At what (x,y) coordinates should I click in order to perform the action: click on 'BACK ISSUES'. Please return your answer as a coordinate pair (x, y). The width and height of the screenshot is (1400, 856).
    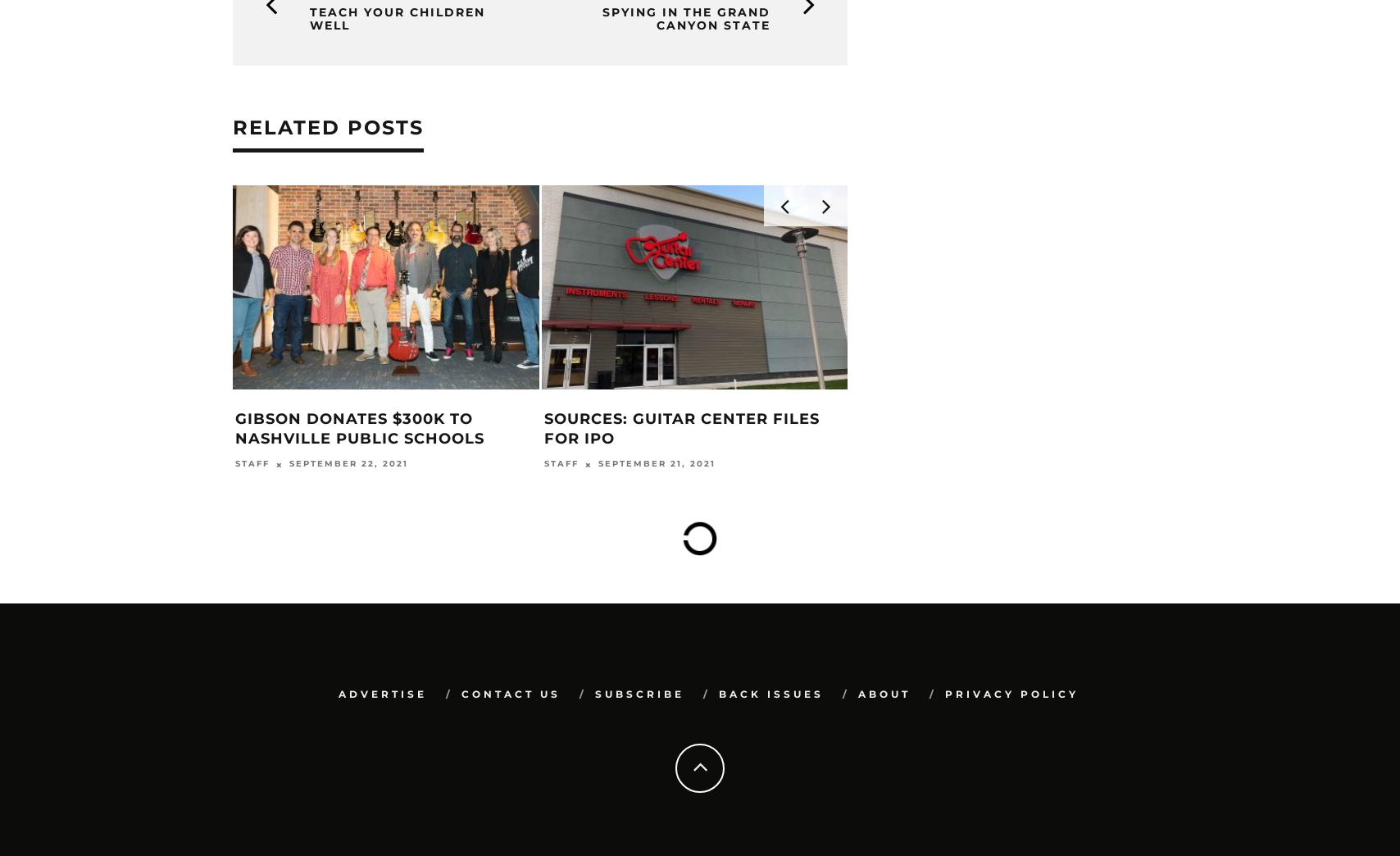
    Looking at the image, I should click on (770, 692).